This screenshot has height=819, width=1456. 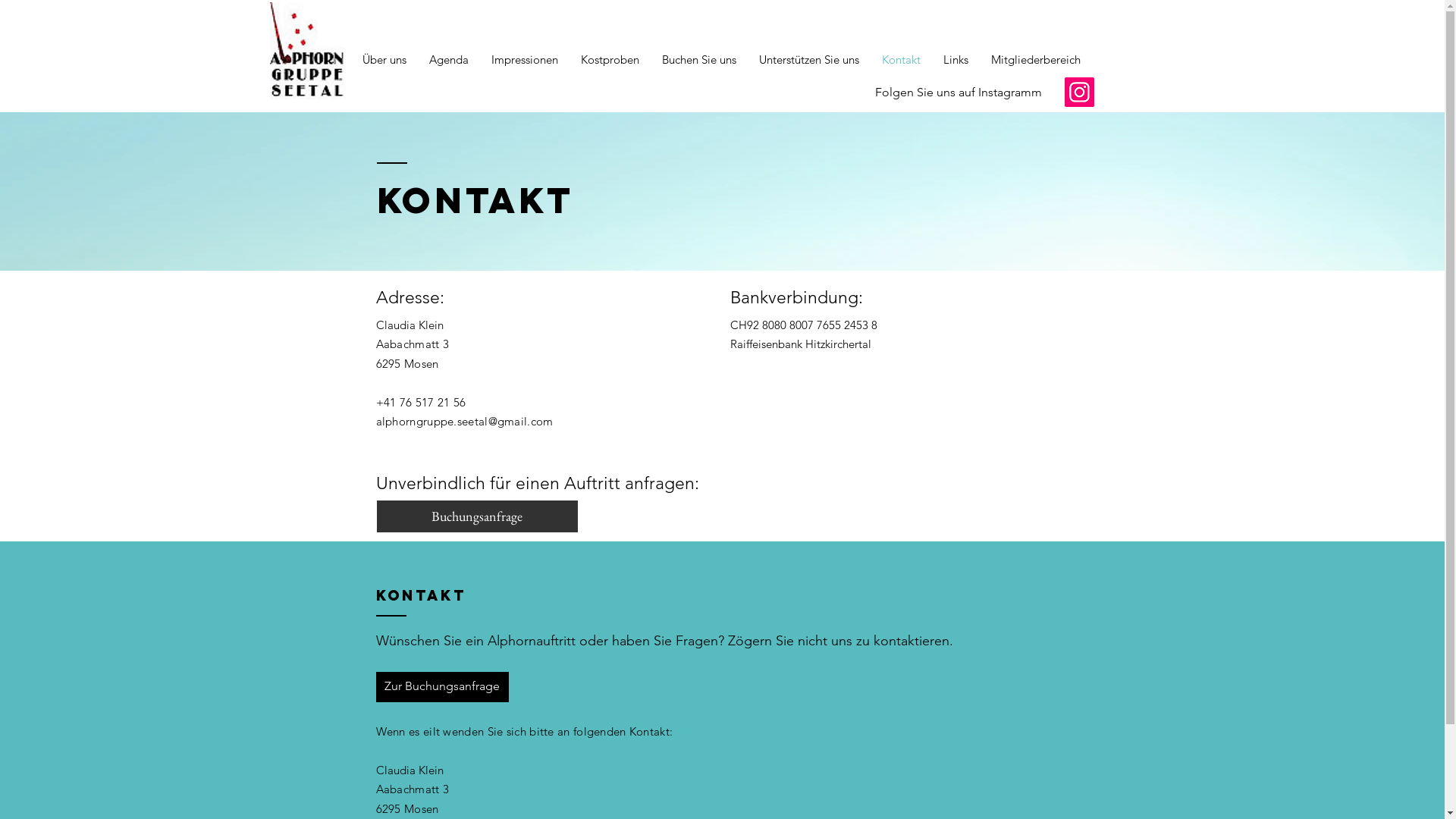 What do you see at coordinates (979, 58) in the screenshot?
I see `'Mitgliederbereich'` at bounding box center [979, 58].